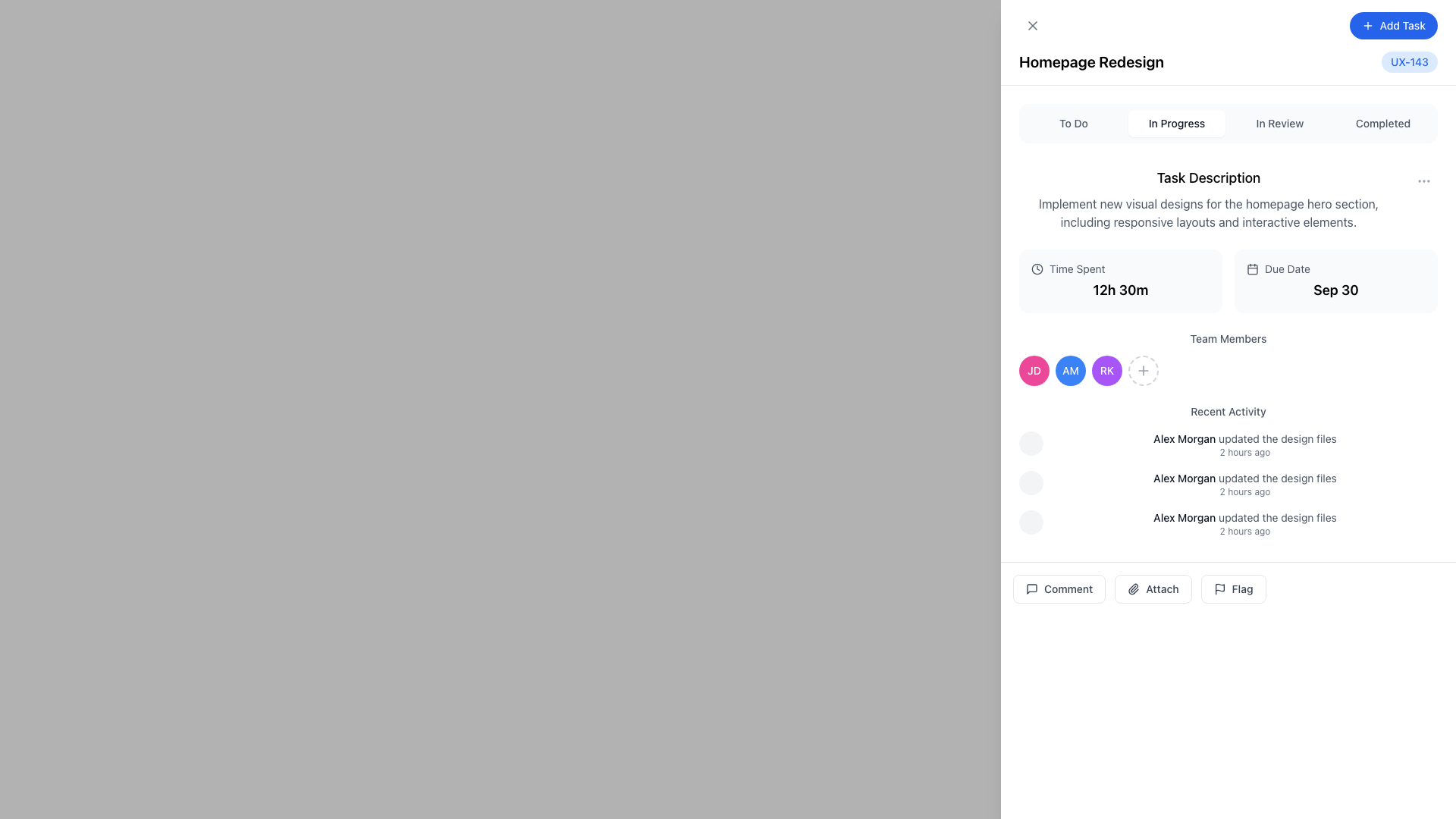 The width and height of the screenshot is (1456, 819). What do you see at coordinates (1228, 122) in the screenshot?
I see `the 'To Do' tab in the navigation bar located near the top of the interface` at bounding box center [1228, 122].